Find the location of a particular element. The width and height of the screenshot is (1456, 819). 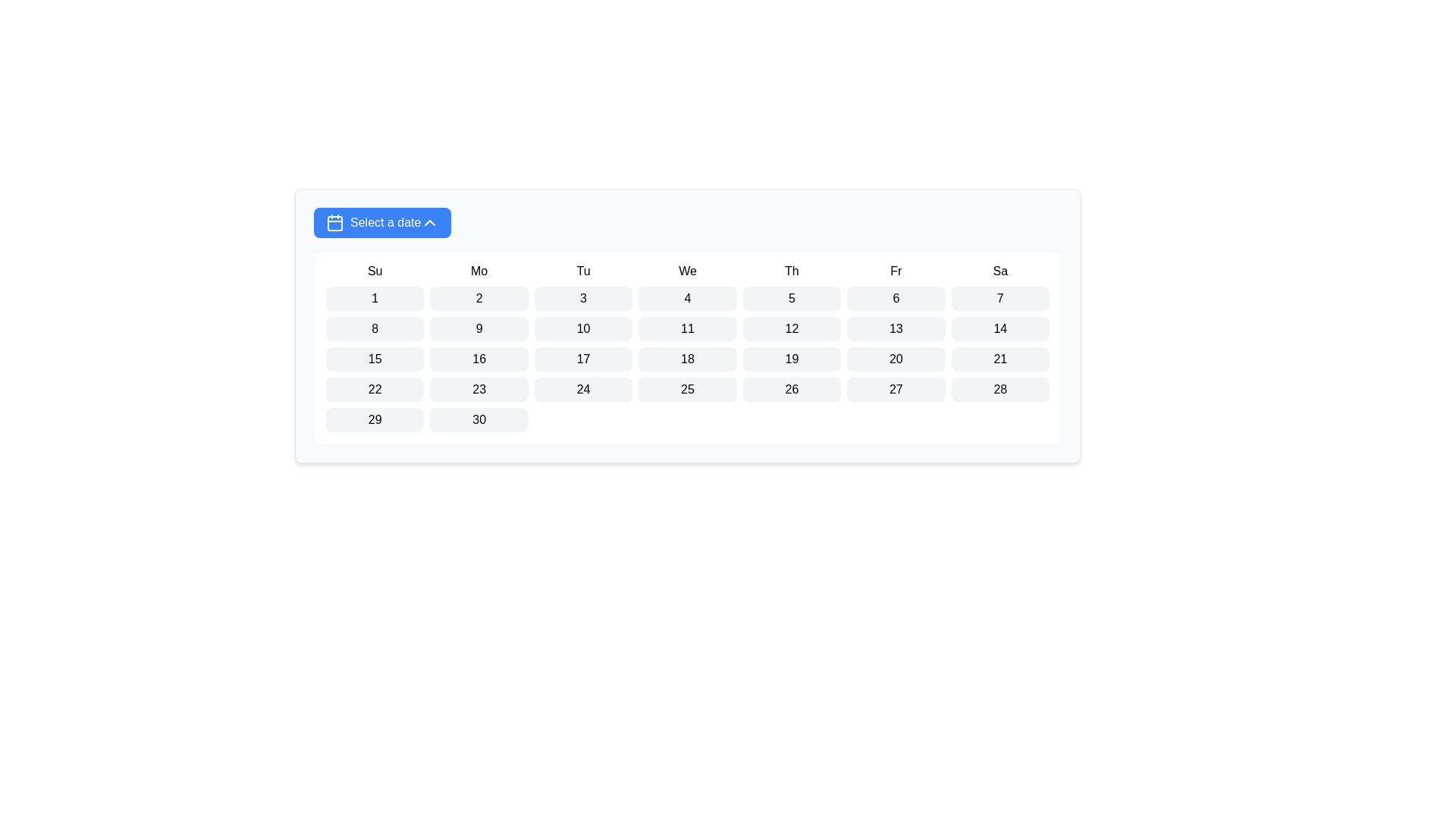

the static text label displaying 'Tu', which is the third element in the row of days of the week, to observe tooltip or highlight effects is located at coordinates (582, 271).